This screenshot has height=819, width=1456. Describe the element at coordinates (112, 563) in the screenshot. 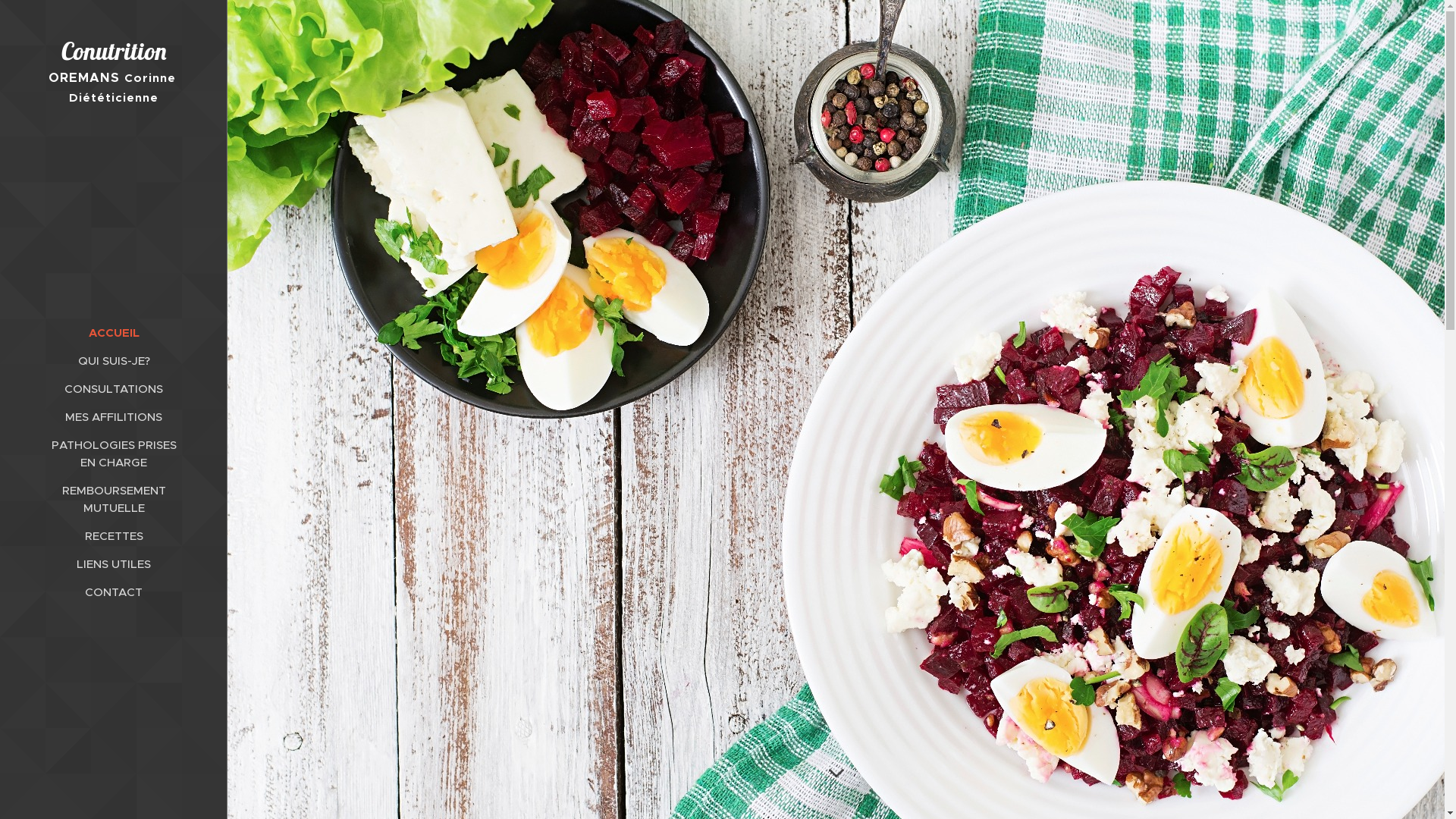

I see `'LIENS UTILES'` at that location.